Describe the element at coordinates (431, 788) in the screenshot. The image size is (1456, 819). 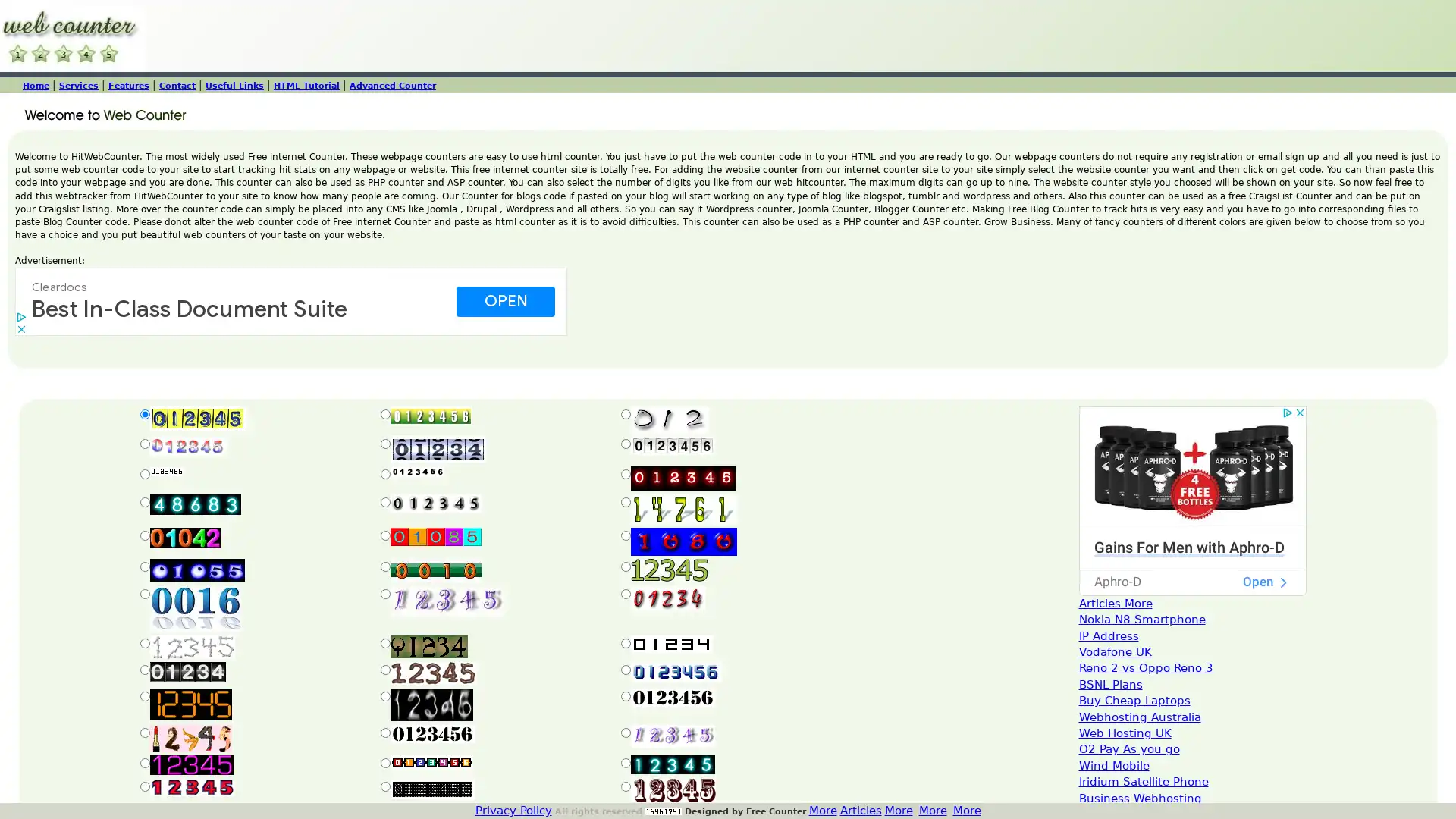
I see `Submit` at that location.